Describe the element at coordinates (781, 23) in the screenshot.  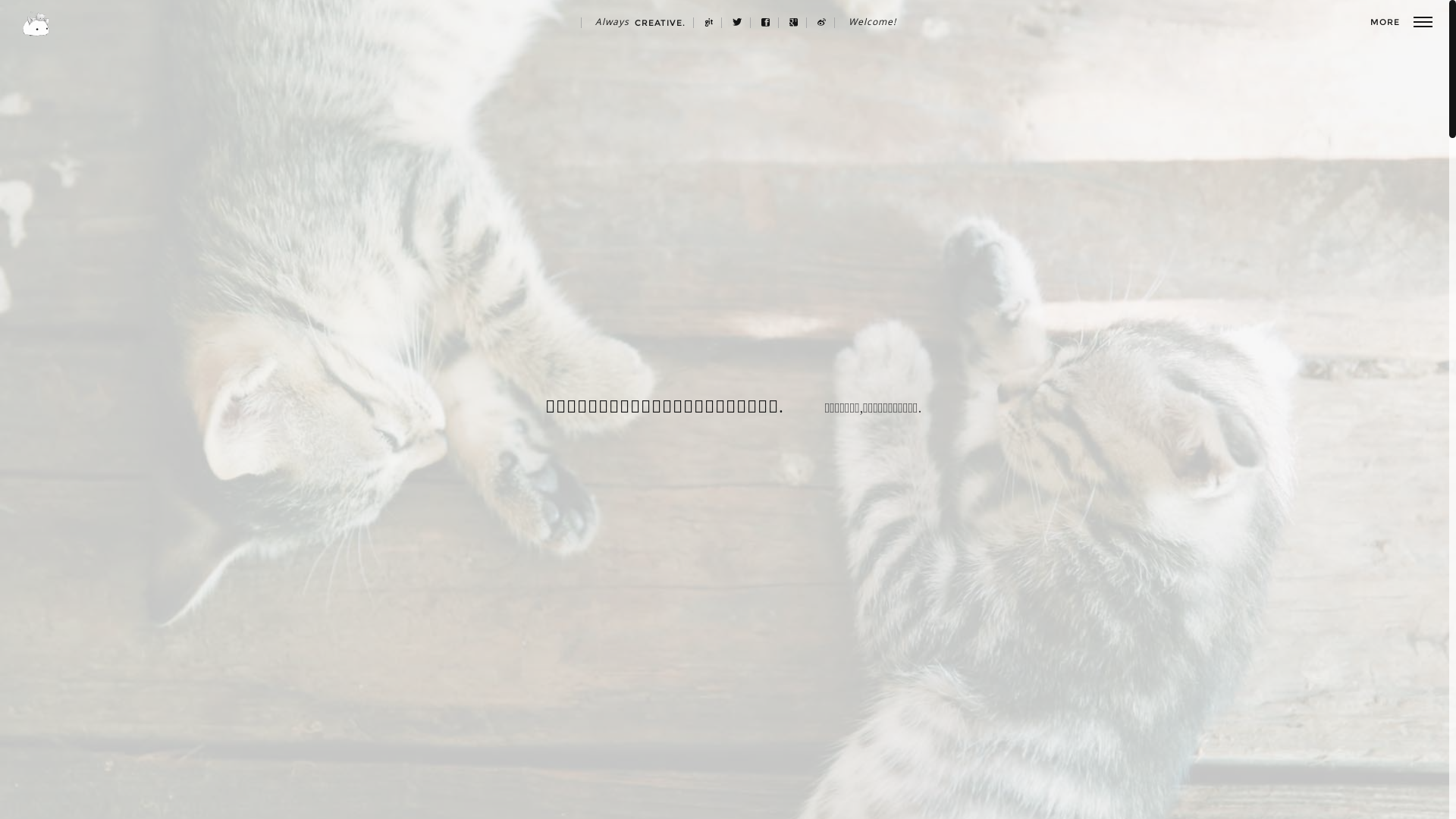
I see `'Google-Plus'` at that location.